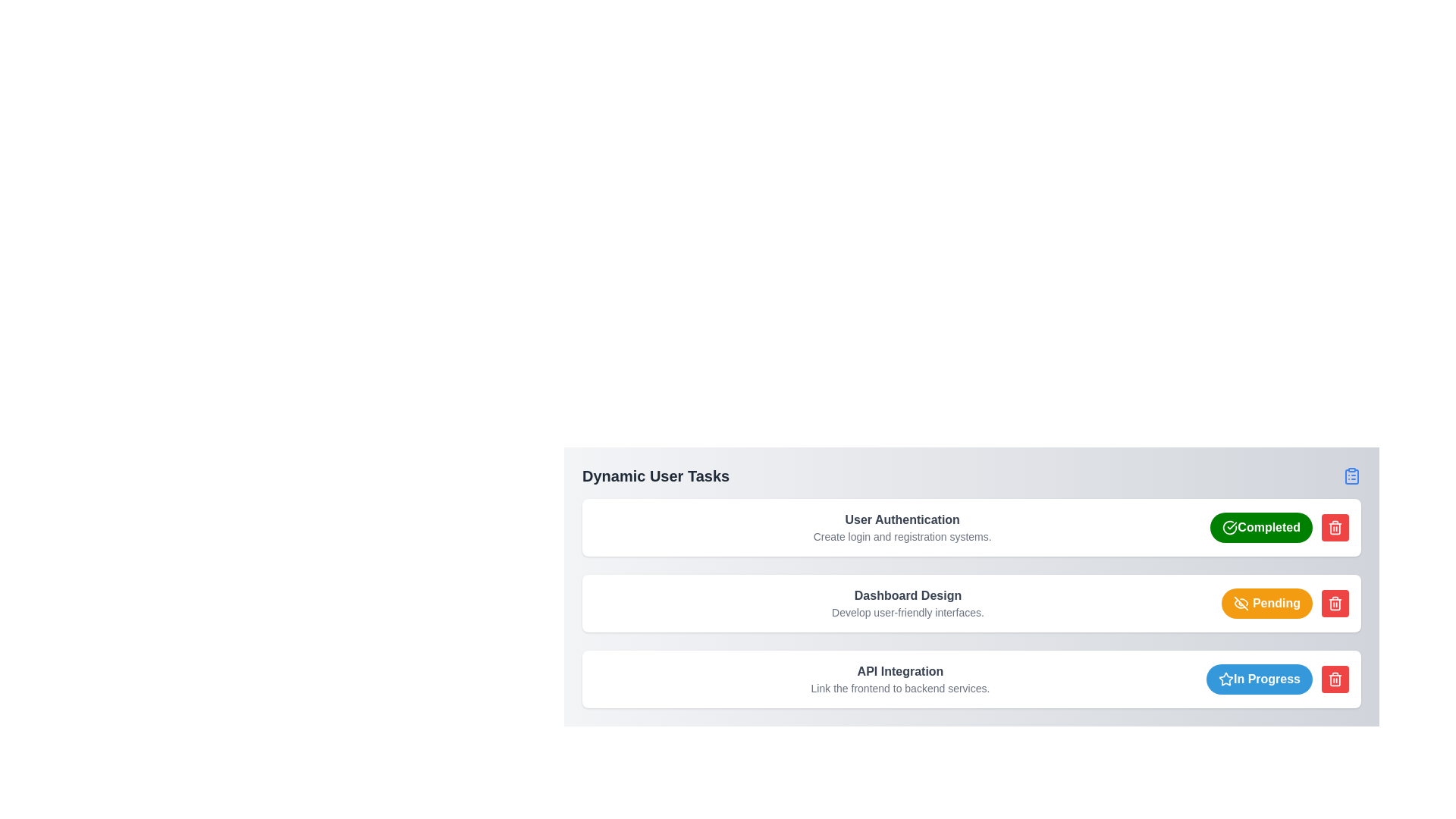 Image resolution: width=1456 pixels, height=819 pixels. What do you see at coordinates (1335, 602) in the screenshot?
I see `the delete button located on the rightmost side of the row labeled 'Dashboard Design' to view options` at bounding box center [1335, 602].